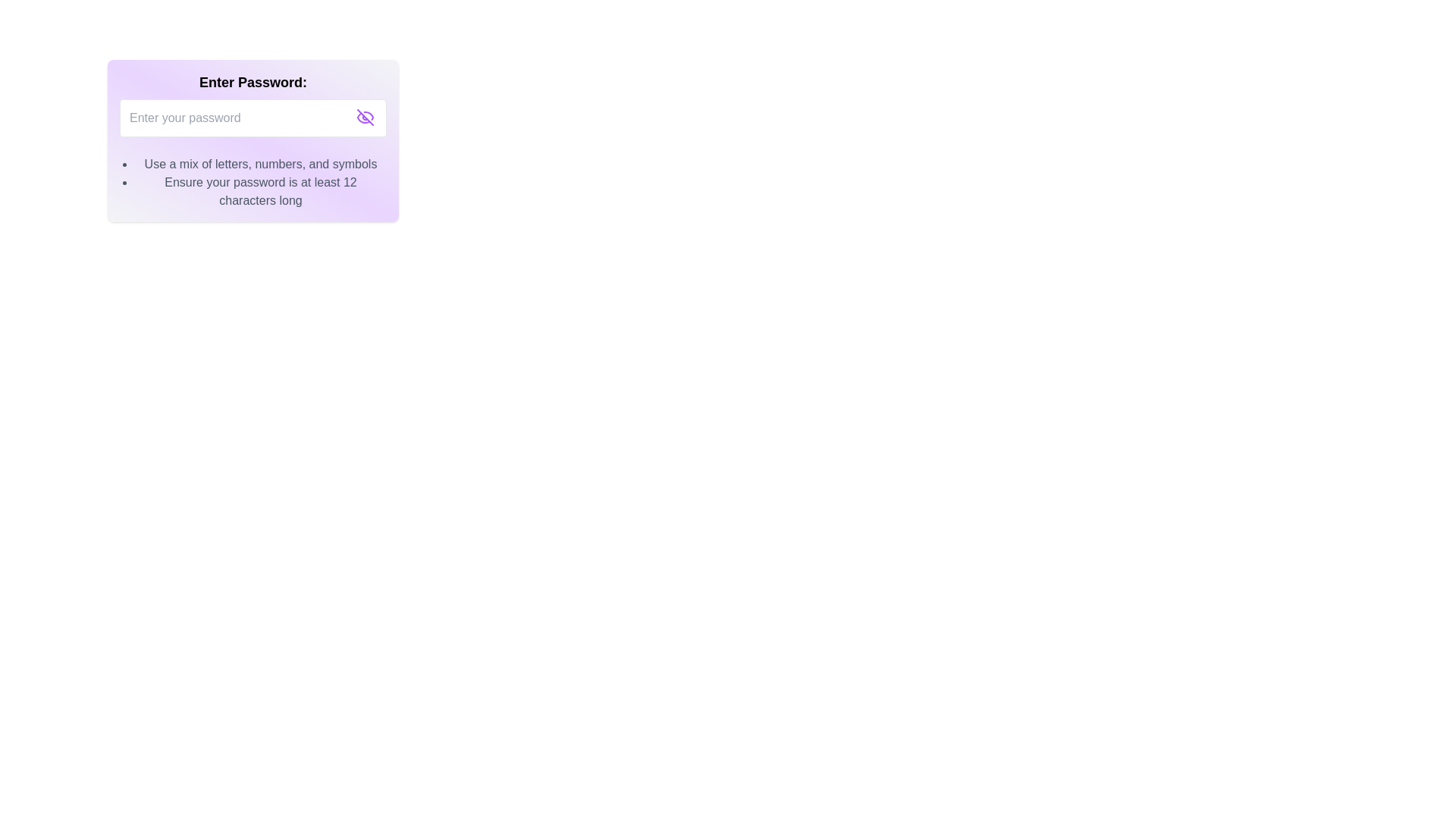 The width and height of the screenshot is (1456, 819). I want to click on the instructional text block with bullet points that guides users on creating a secure password, located below the 'Enter Password:' field, so click(261, 181).